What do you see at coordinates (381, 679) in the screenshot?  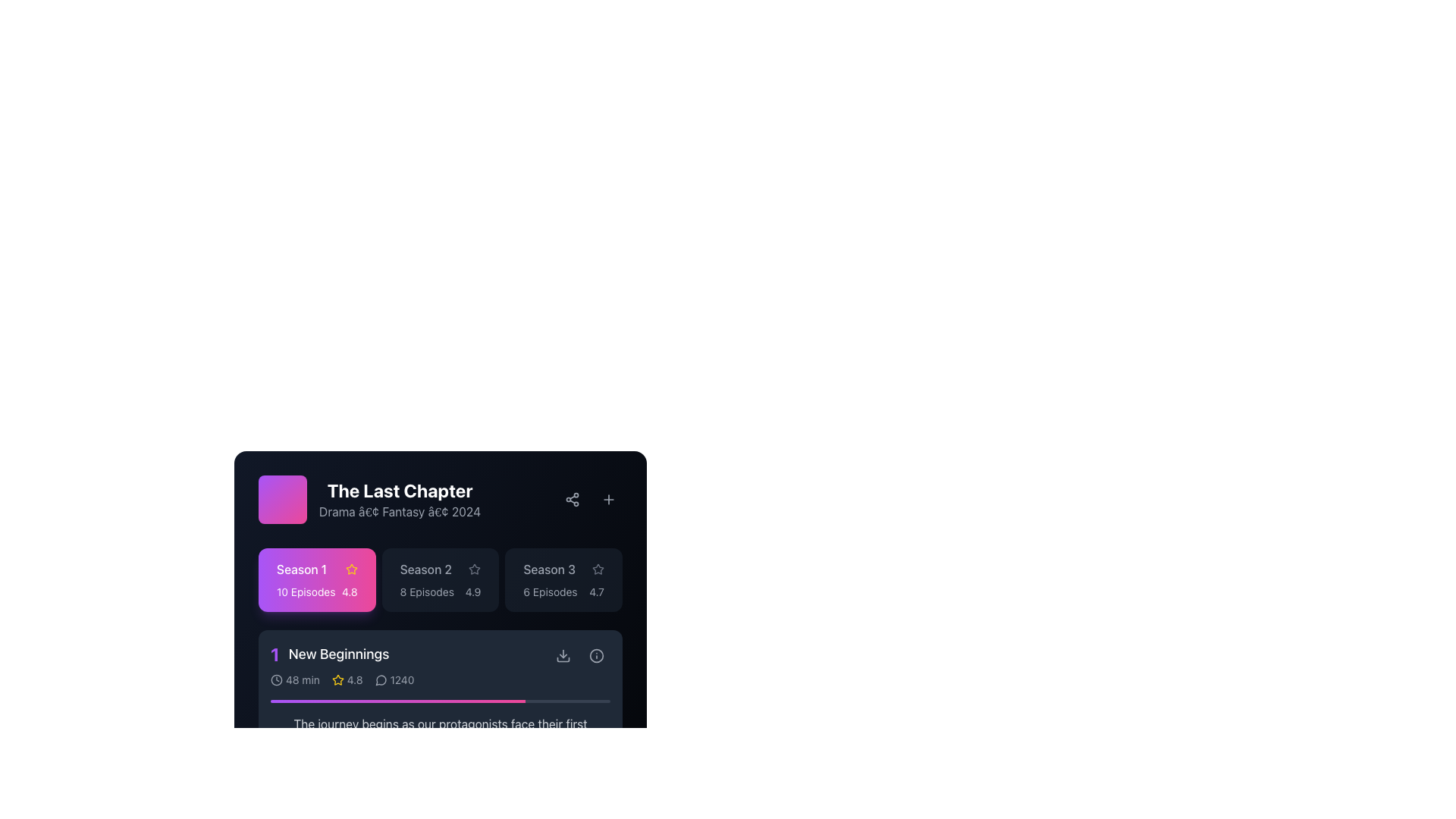 I see `the communication icon located beneath the 'New Beginnings' section, immediately` at bounding box center [381, 679].